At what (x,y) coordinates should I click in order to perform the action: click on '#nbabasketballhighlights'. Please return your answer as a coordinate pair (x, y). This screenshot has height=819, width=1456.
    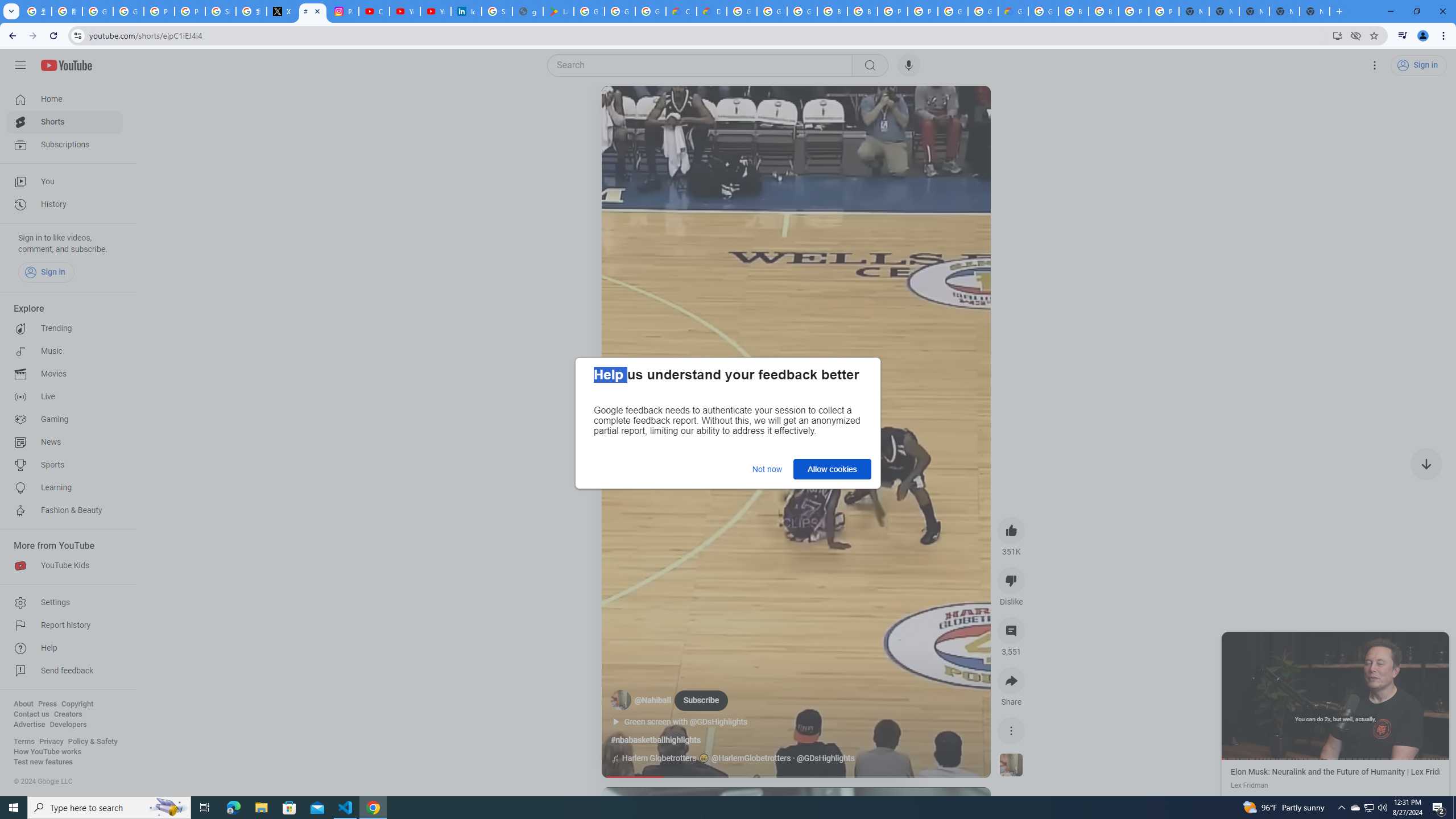
    Looking at the image, I should click on (655, 740).